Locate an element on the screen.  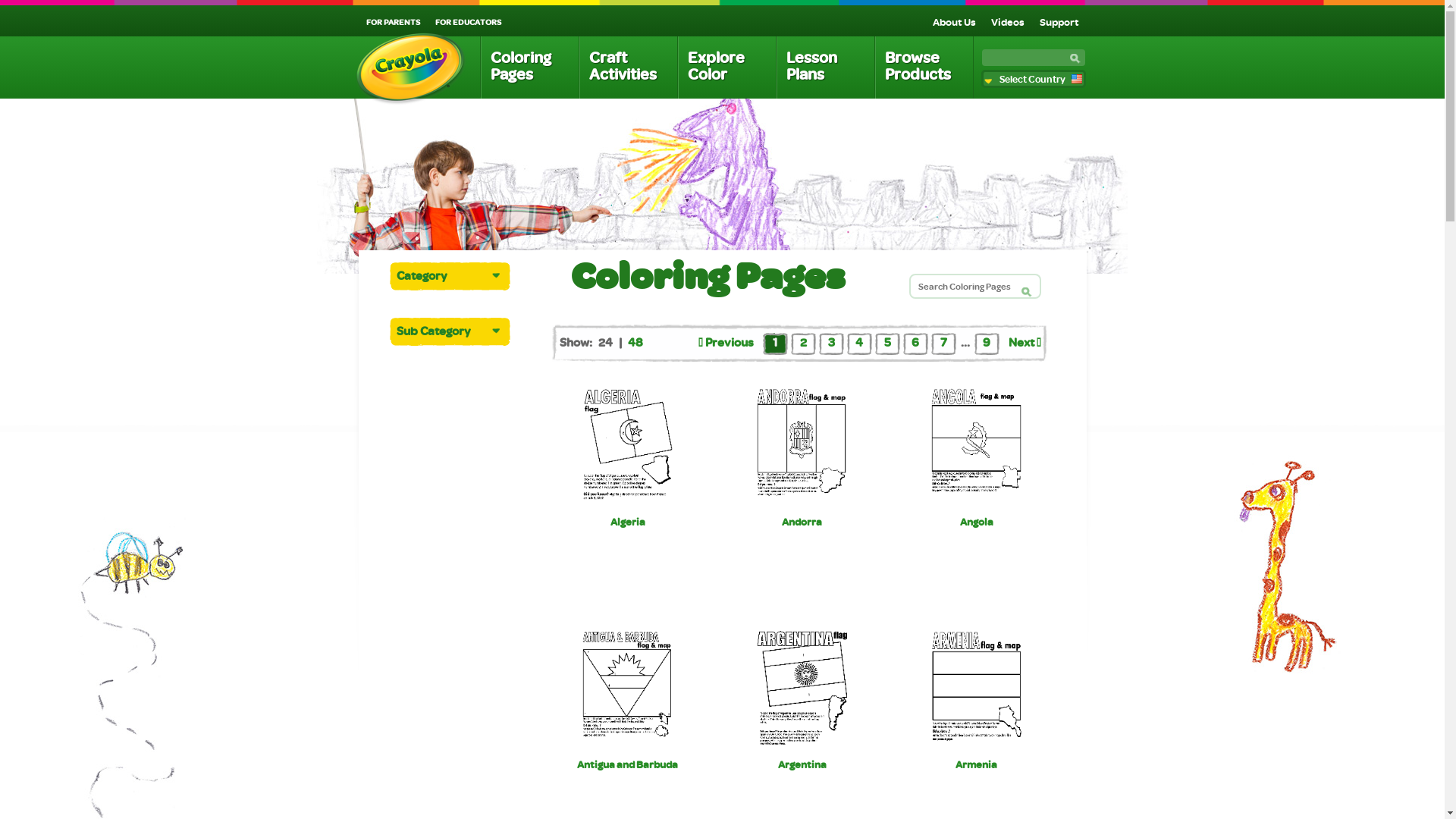
'Algeria' is located at coordinates (626, 520).